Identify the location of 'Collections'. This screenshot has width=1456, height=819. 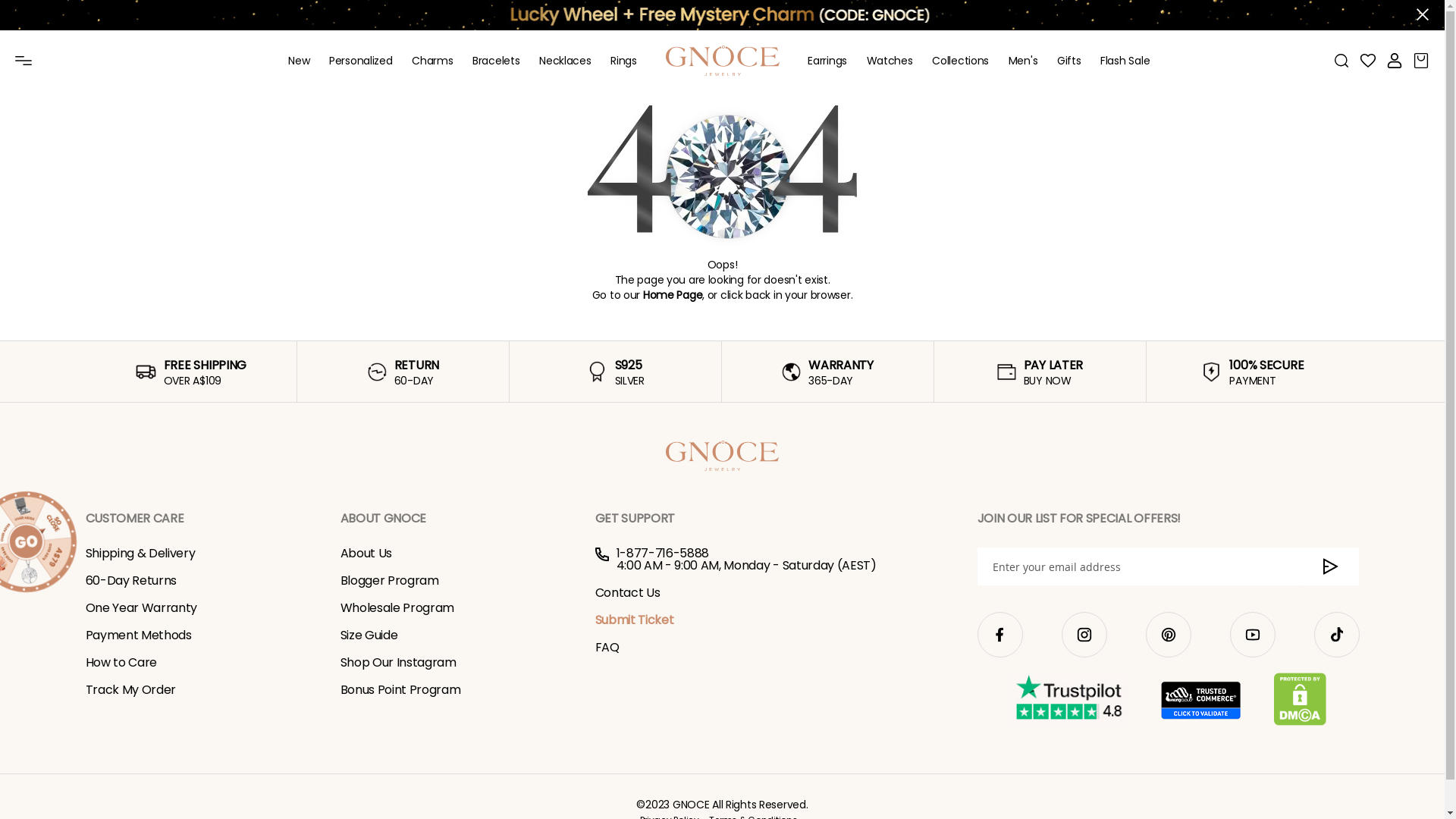
(959, 60).